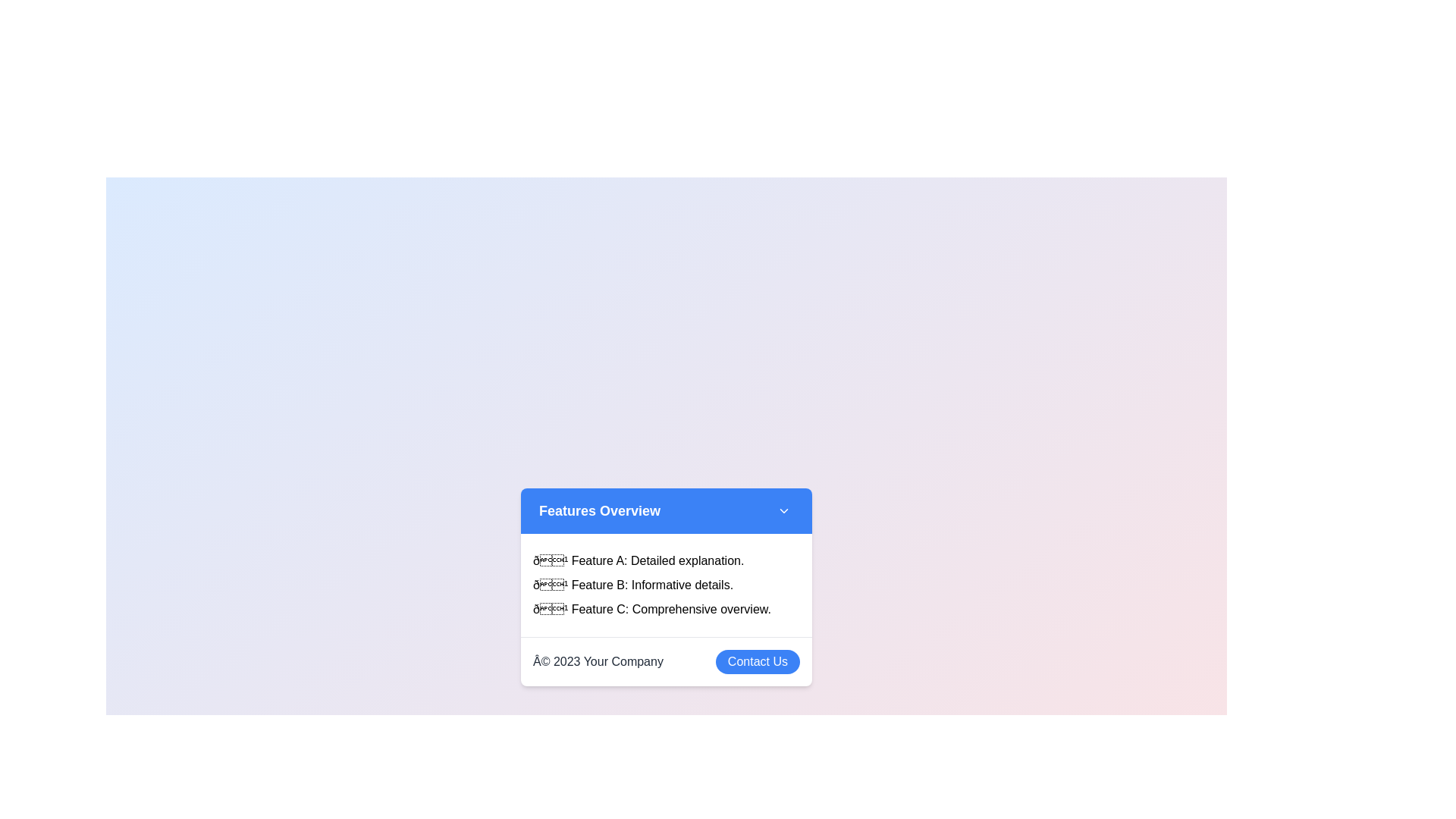 The width and height of the screenshot is (1456, 819). I want to click on the blue 'Contact Us' button in the bottom right corner of the footer, so click(758, 661).